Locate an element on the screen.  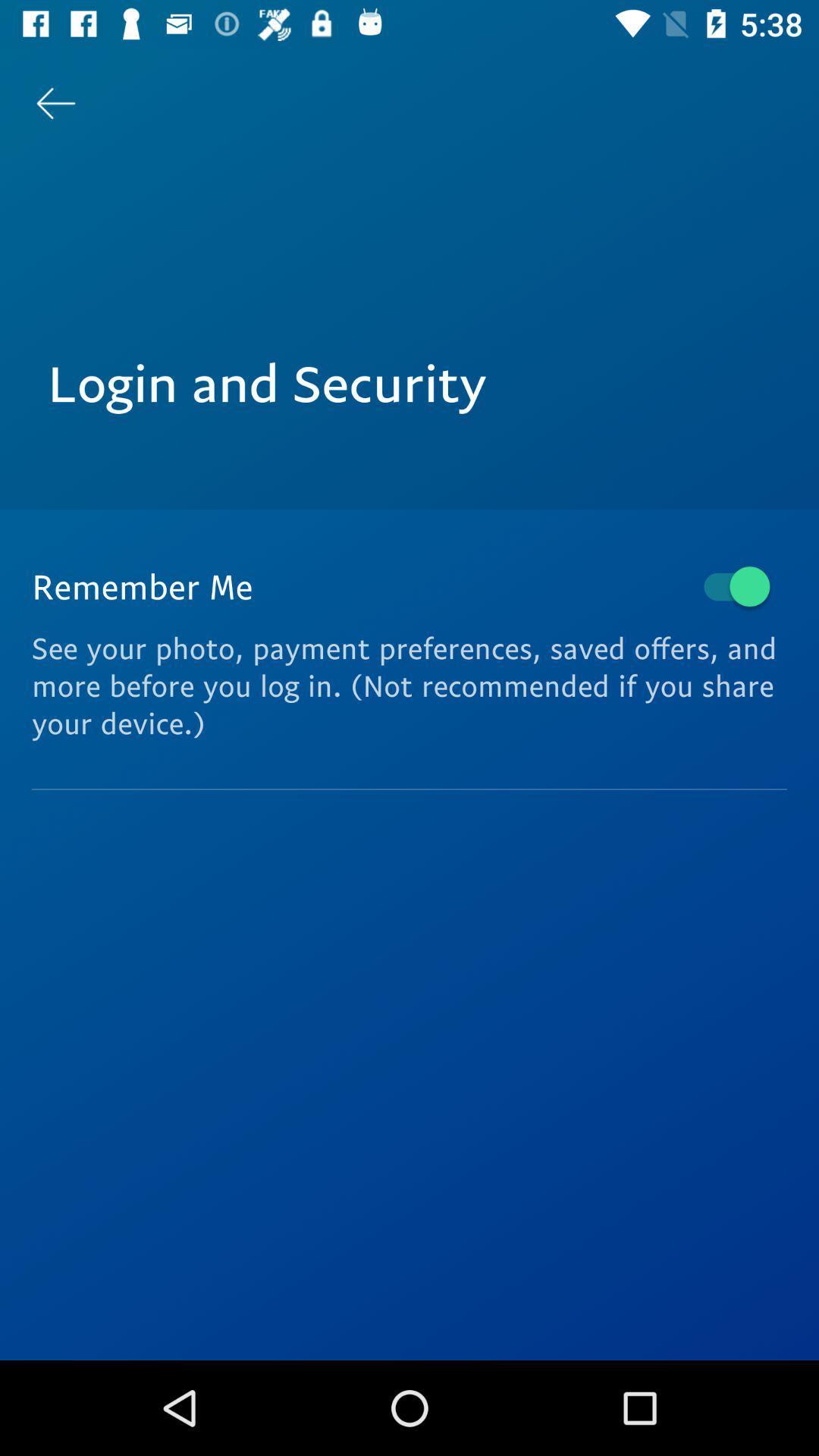
item above the login and security is located at coordinates (55, 102).